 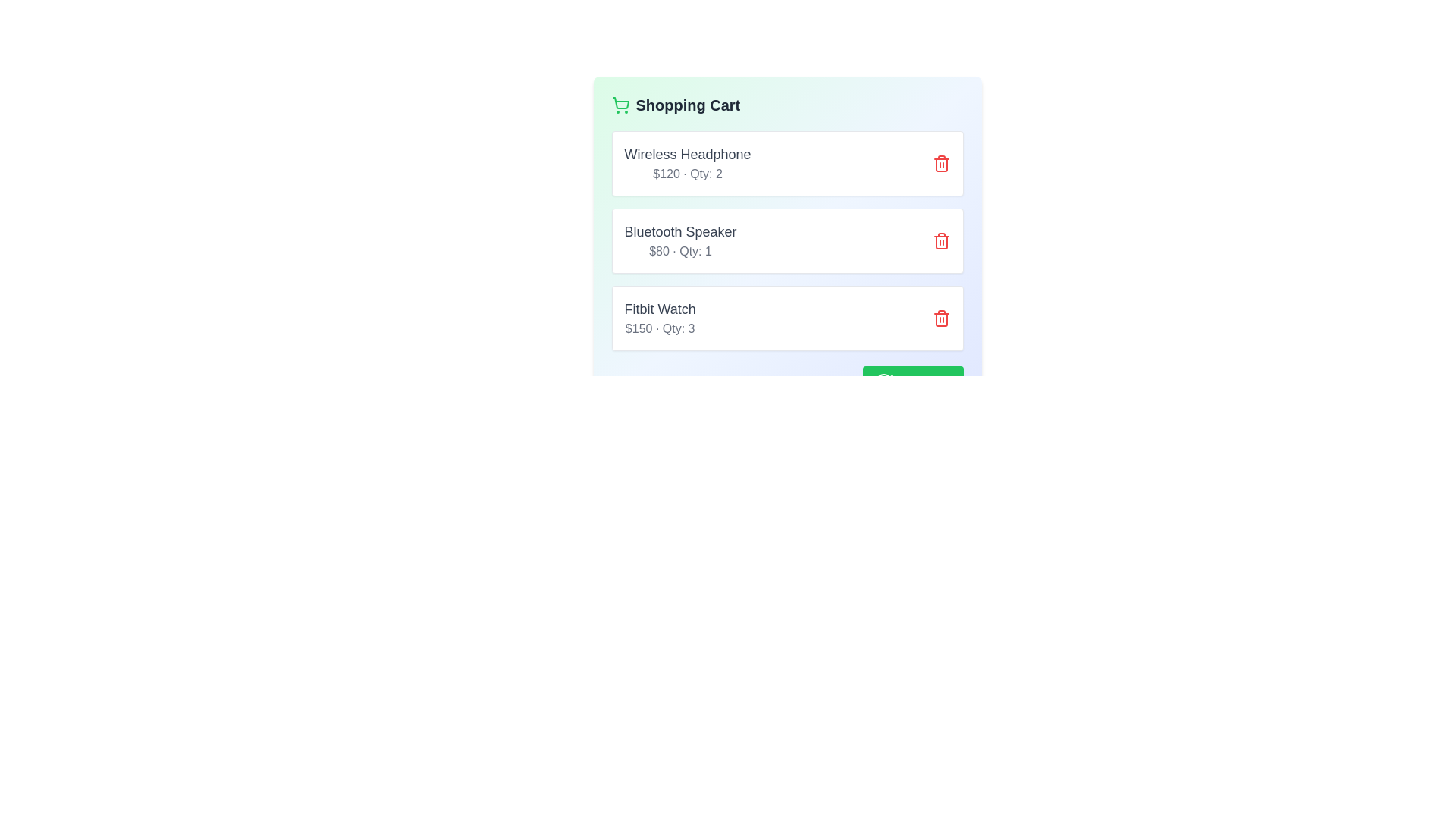 I want to click on the purchase button to initiate the purchase process, so click(x=912, y=380).